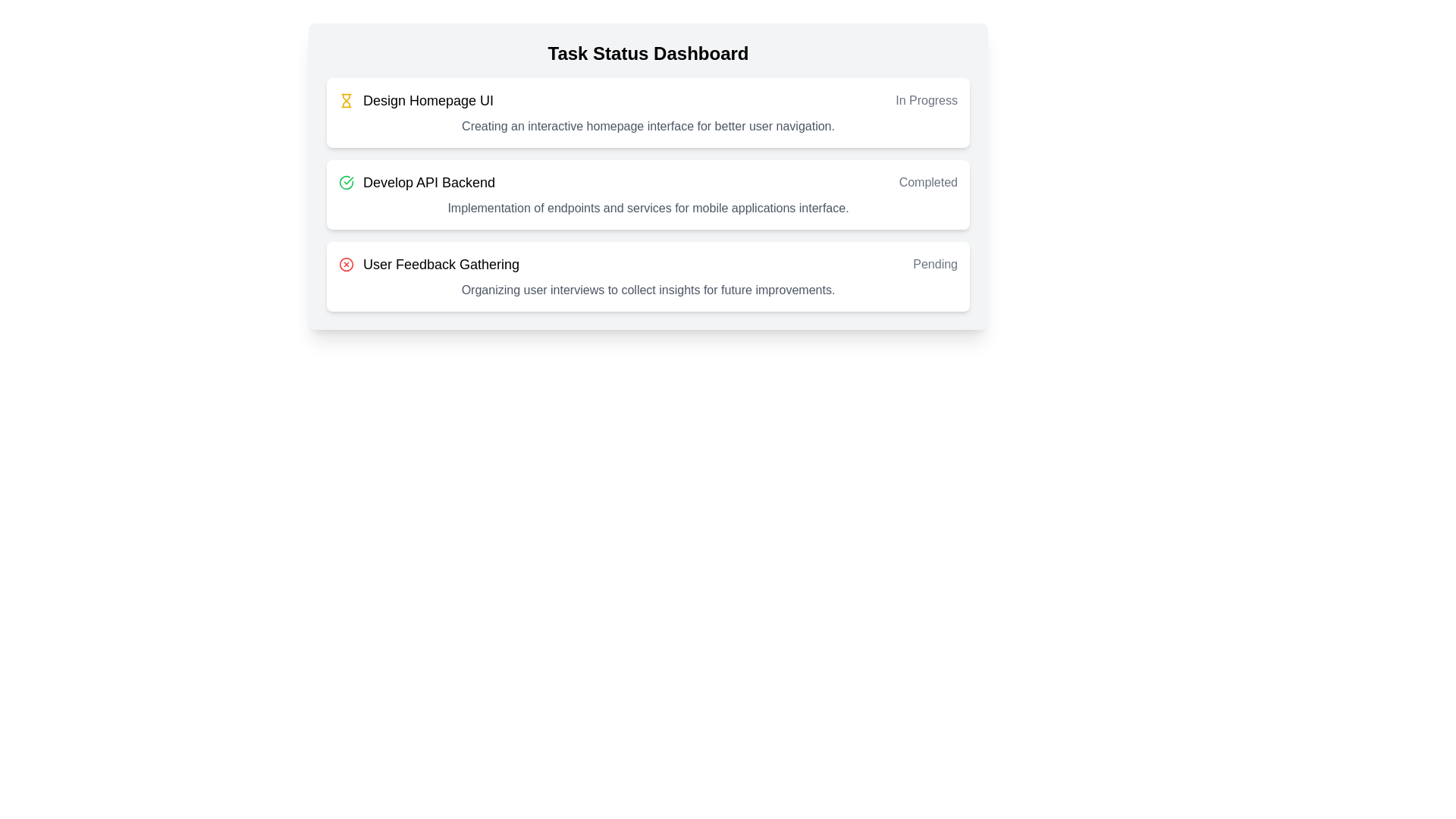 The image size is (1456, 819). Describe the element at coordinates (345, 181) in the screenshot. I see `the green circular icon with a checkmark inside, which indicates completion or success, located to the left of the text 'Develop API Backend' in the second row of the task status panel` at that location.